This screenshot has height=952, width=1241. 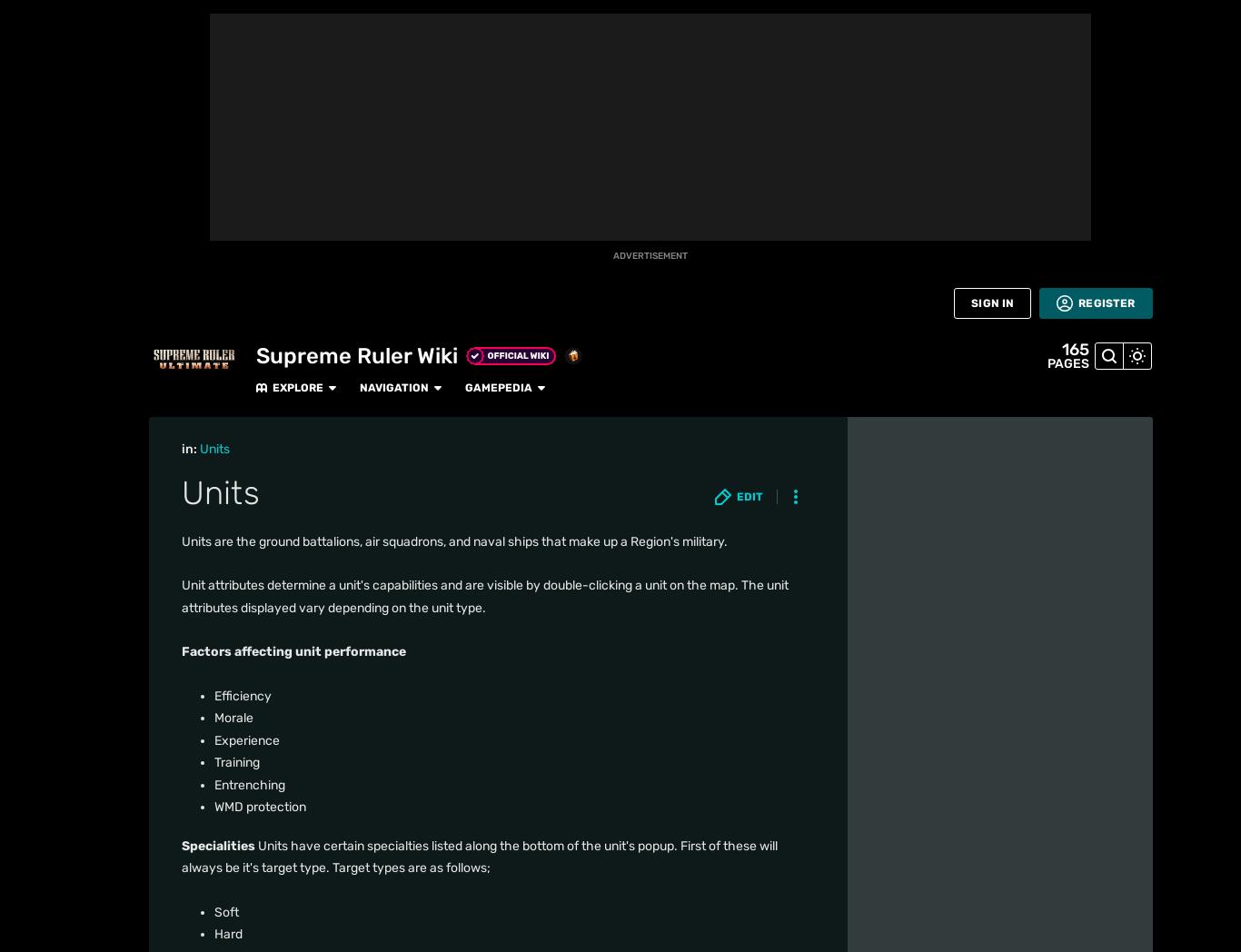 I want to click on 'Surface Defense', so click(x=238, y=219).